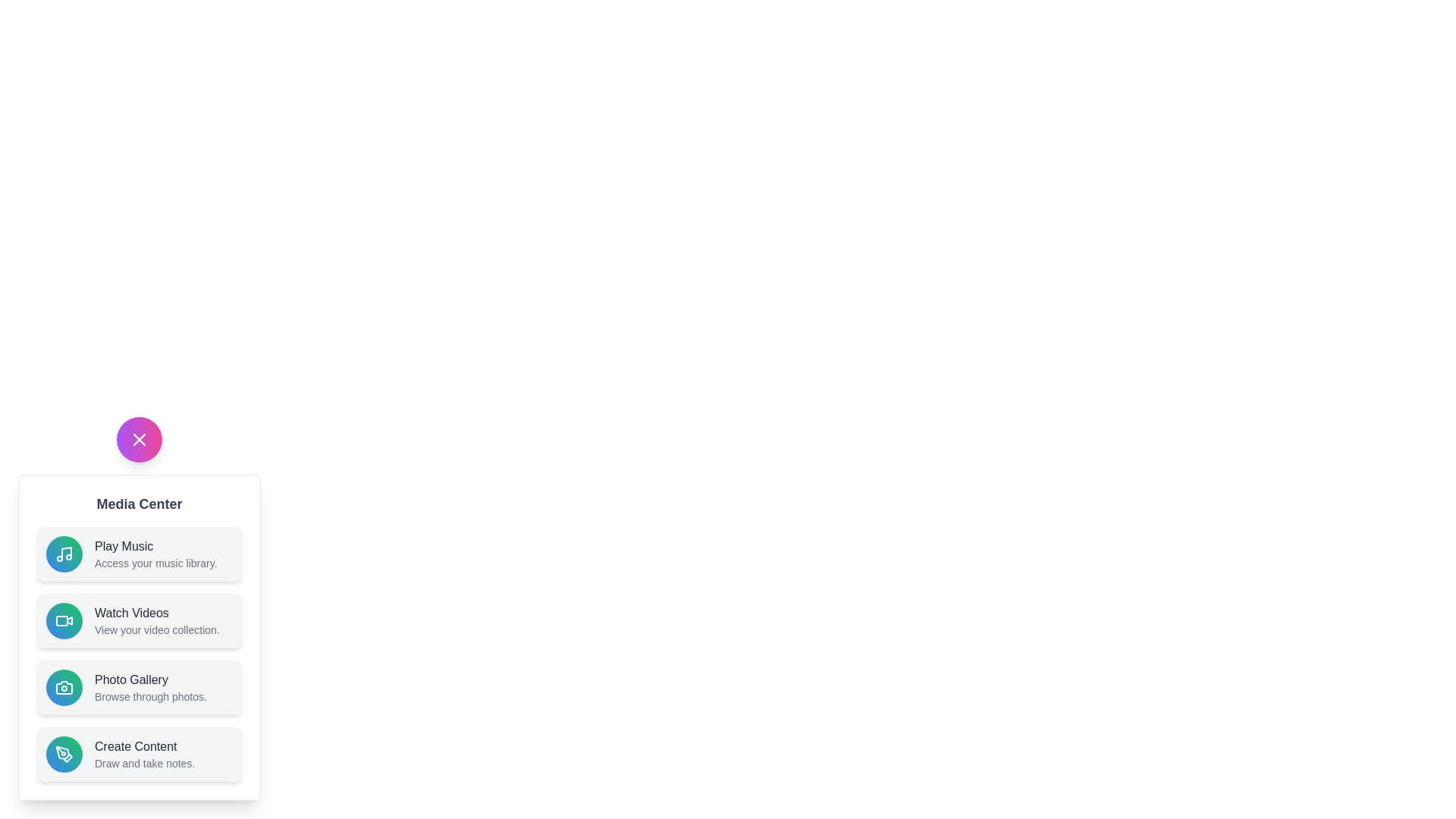 The image size is (1456, 819). Describe the element at coordinates (139, 554) in the screenshot. I see `the 'Play Music' button to access the music library` at that location.